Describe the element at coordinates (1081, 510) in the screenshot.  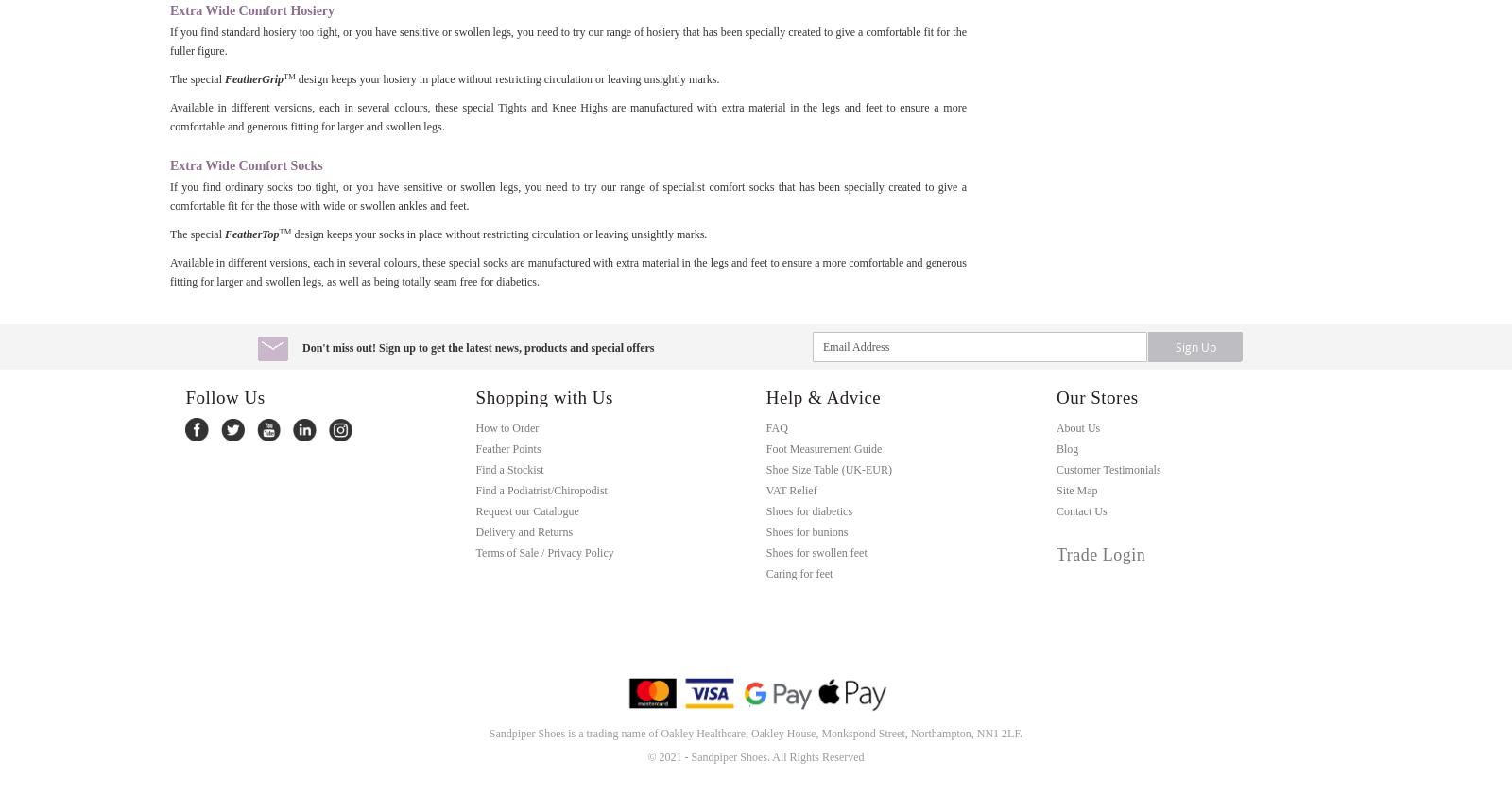
I see `'Contact Us'` at that location.